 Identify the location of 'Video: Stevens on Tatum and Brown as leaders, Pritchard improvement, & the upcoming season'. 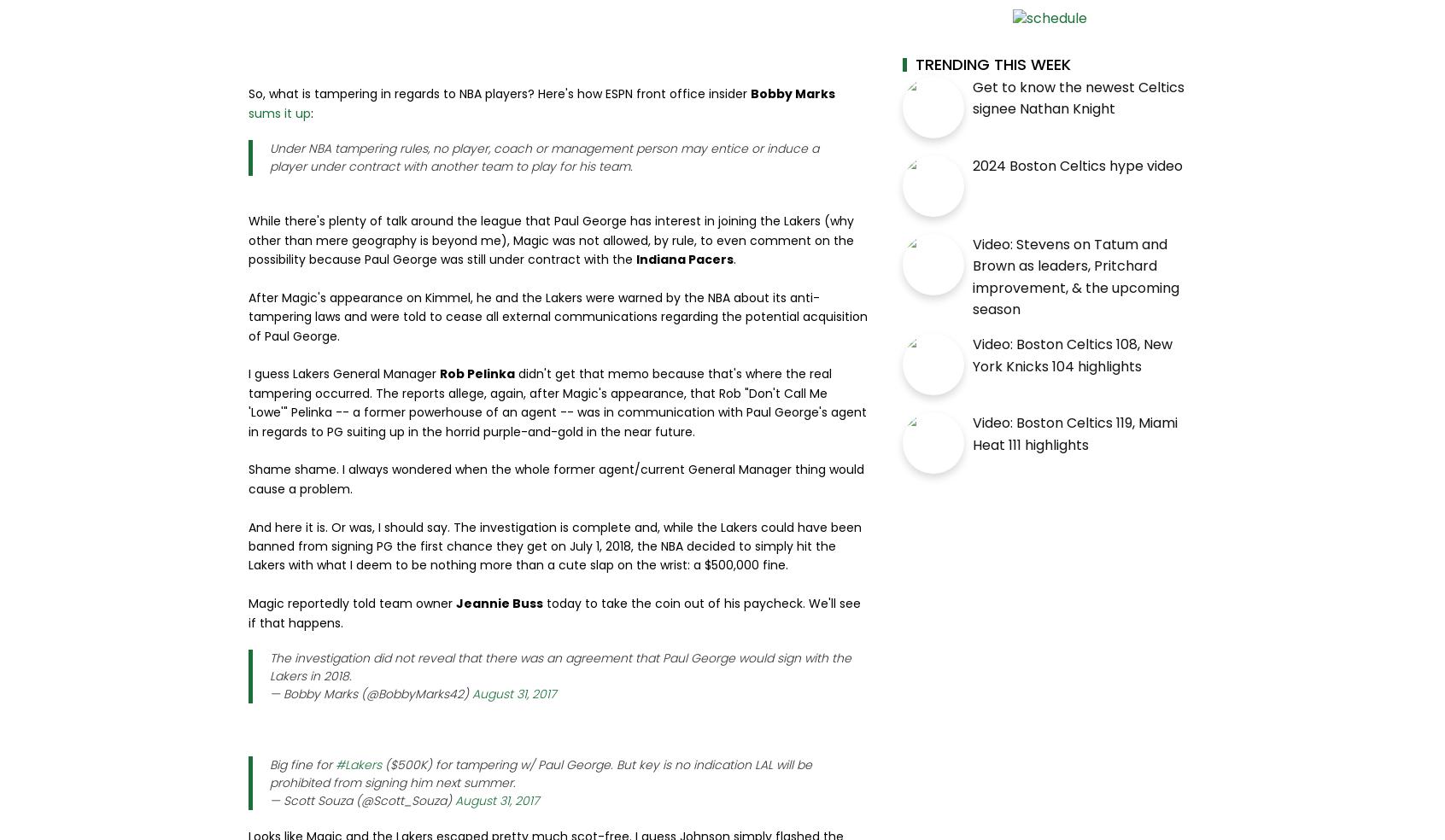
(1076, 276).